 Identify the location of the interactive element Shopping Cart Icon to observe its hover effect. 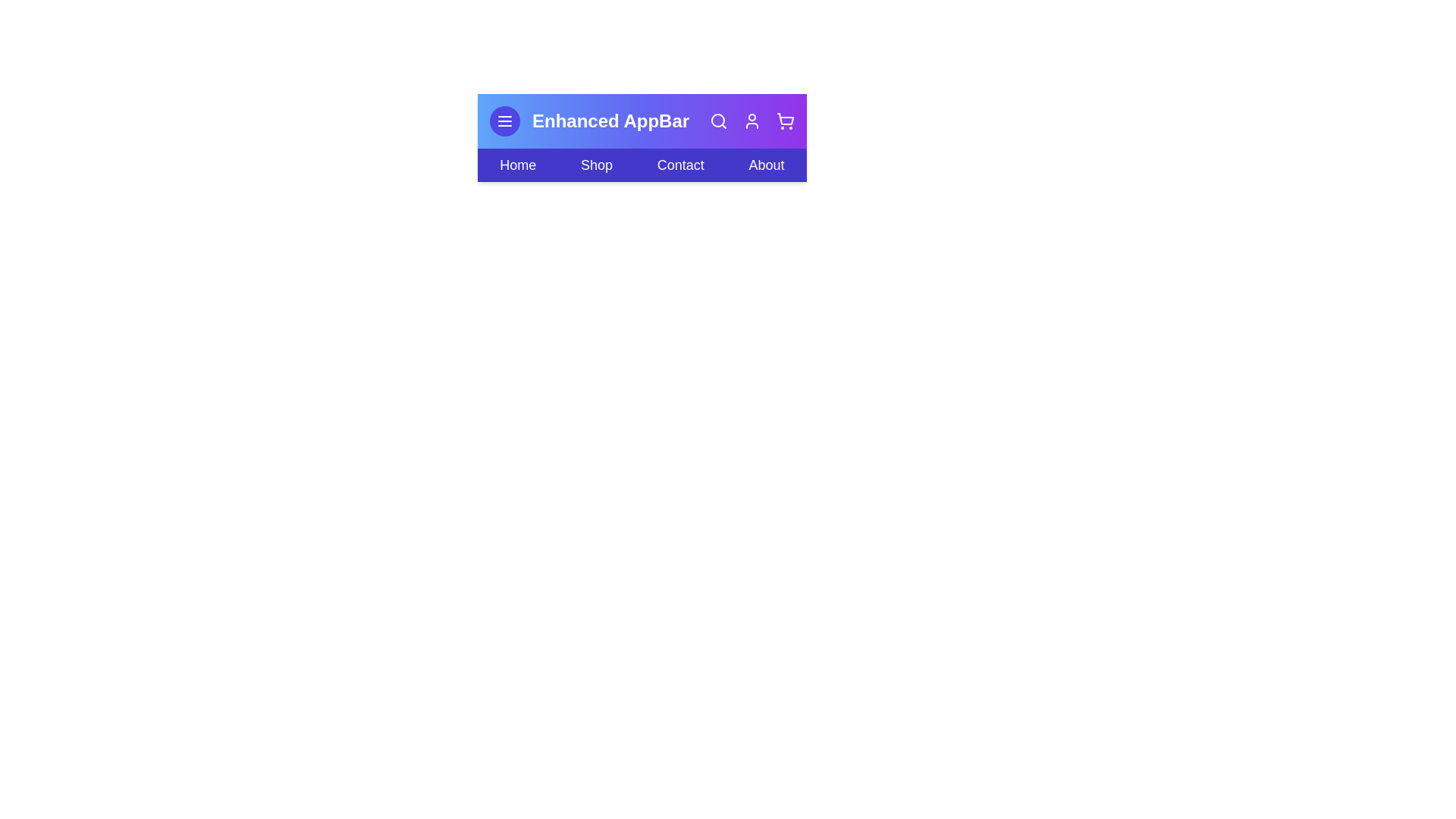
(786, 120).